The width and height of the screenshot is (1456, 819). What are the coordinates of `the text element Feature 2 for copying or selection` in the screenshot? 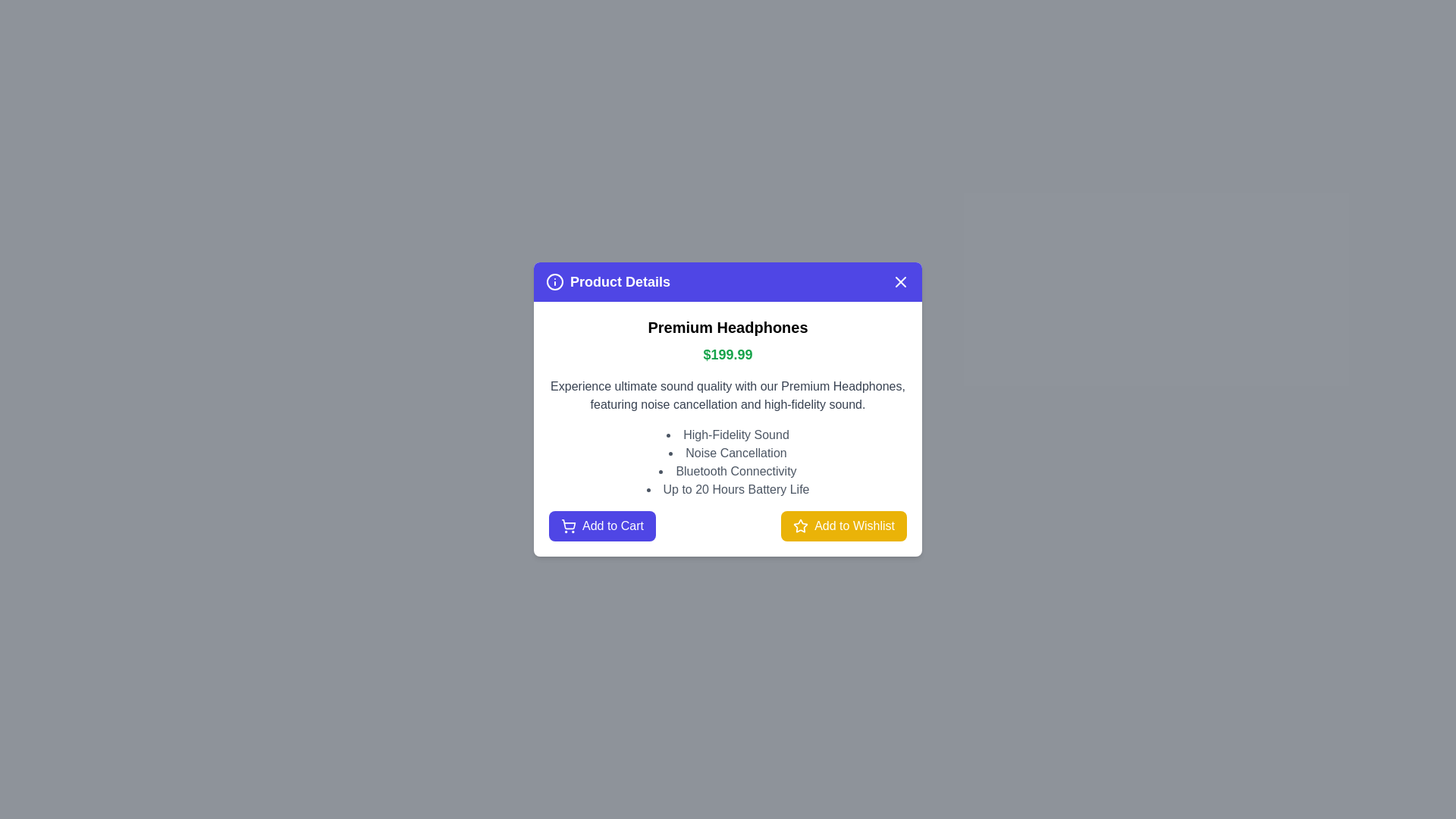 It's located at (728, 452).